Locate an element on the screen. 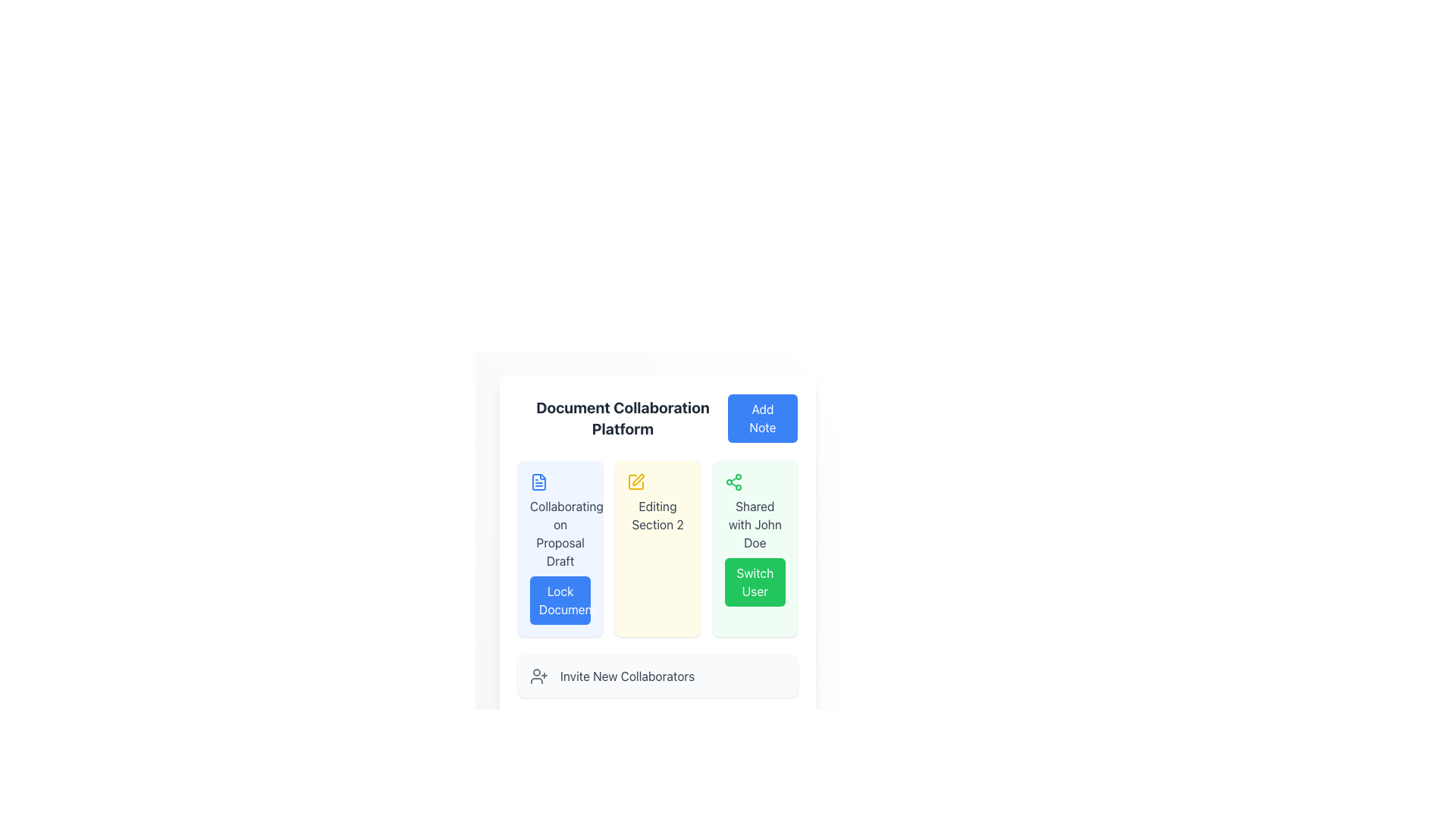 Image resolution: width=1456 pixels, height=819 pixels. the 'Editing Section 2' text or the yellow pen icon in the middle card of the grid, which has a light yellow background is located at coordinates (657, 520).